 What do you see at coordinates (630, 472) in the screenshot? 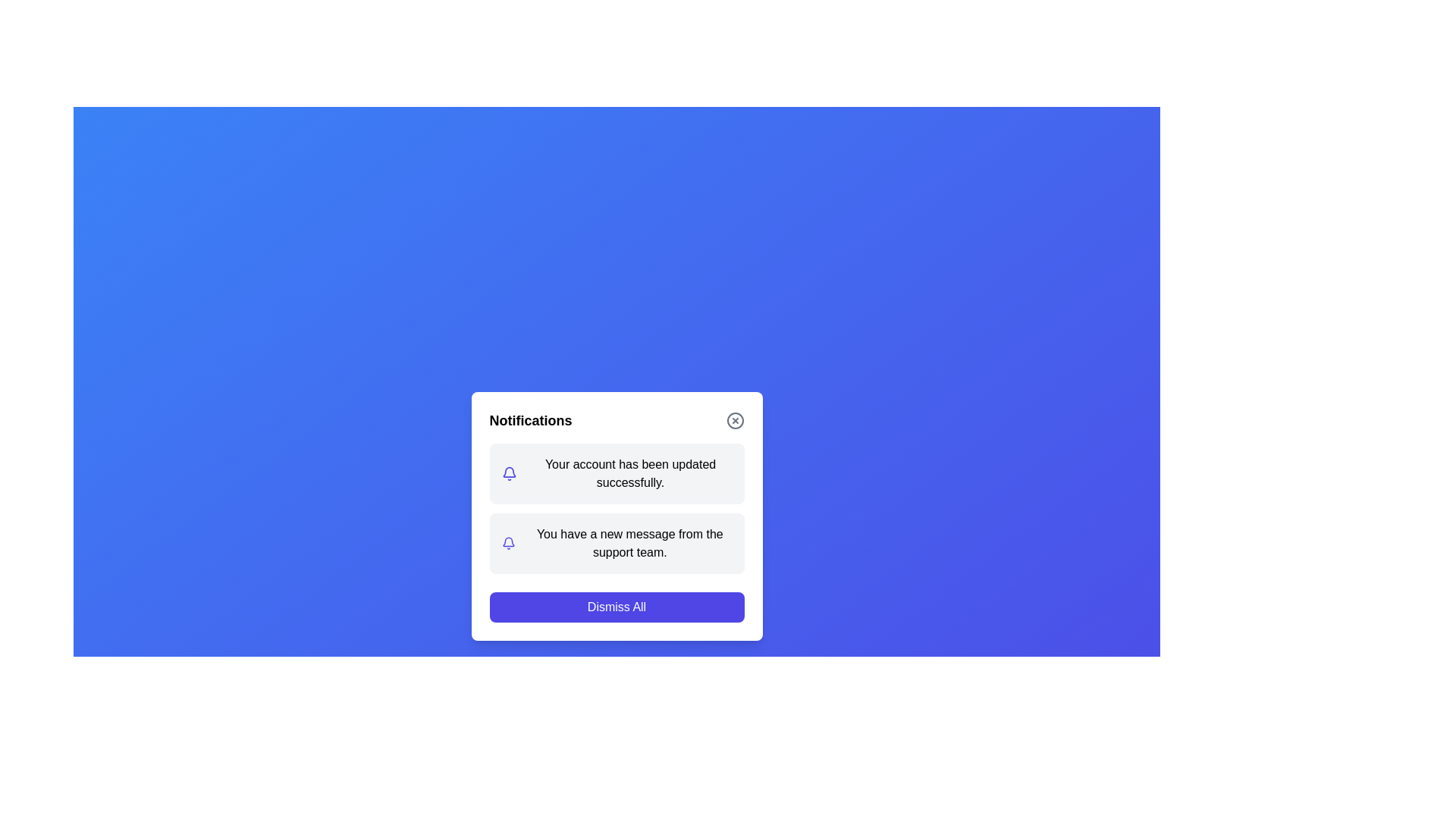
I see `the static text notification label that provides feedback about the successful update of account settings, which is located in the middle portion of the notification modal, below the notification icon` at bounding box center [630, 472].